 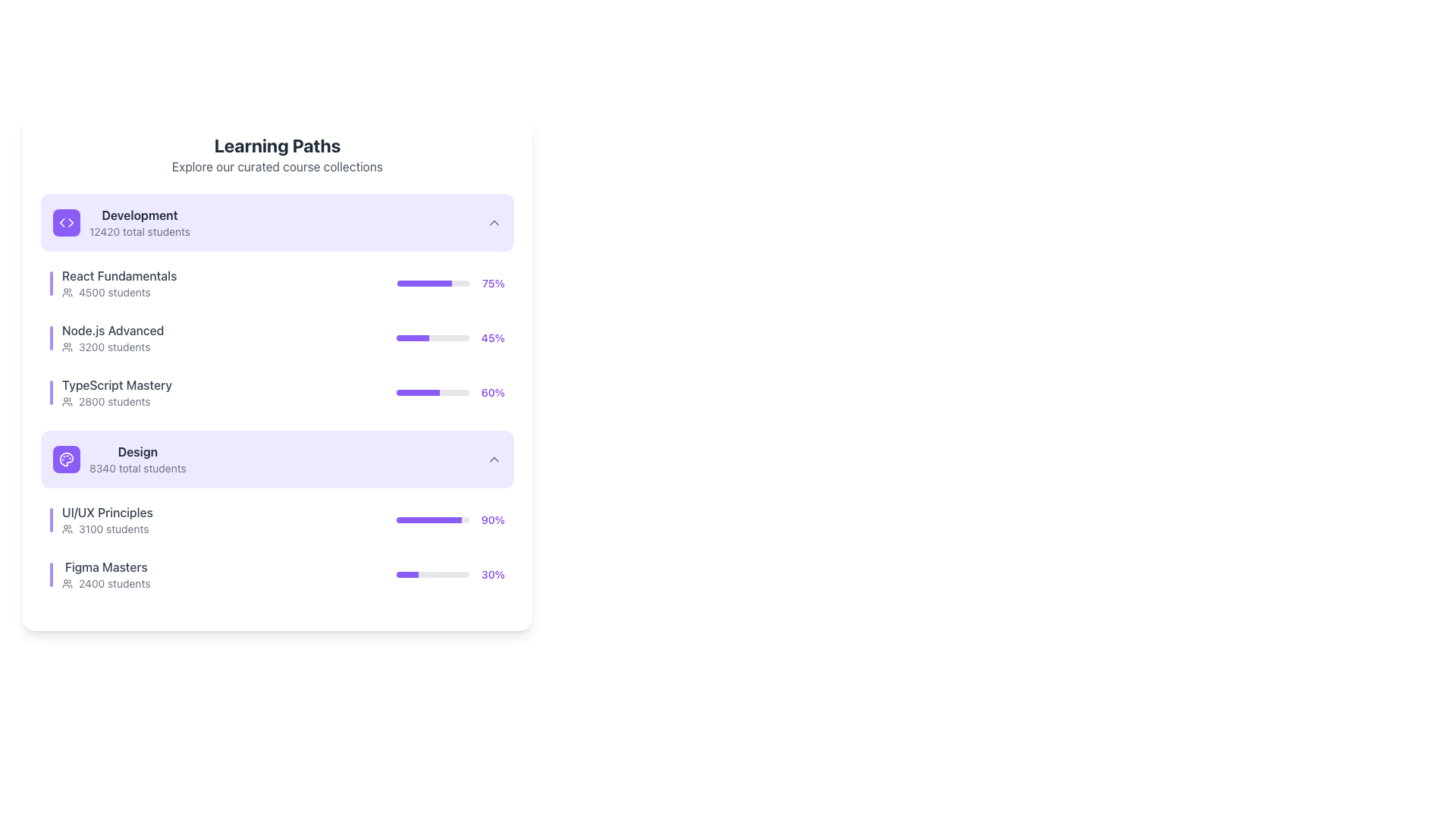 I want to click on the violet-colored progress bar segment that represents 75% completion of the 'React Fundamentals' progress bar, so click(x=425, y=284).